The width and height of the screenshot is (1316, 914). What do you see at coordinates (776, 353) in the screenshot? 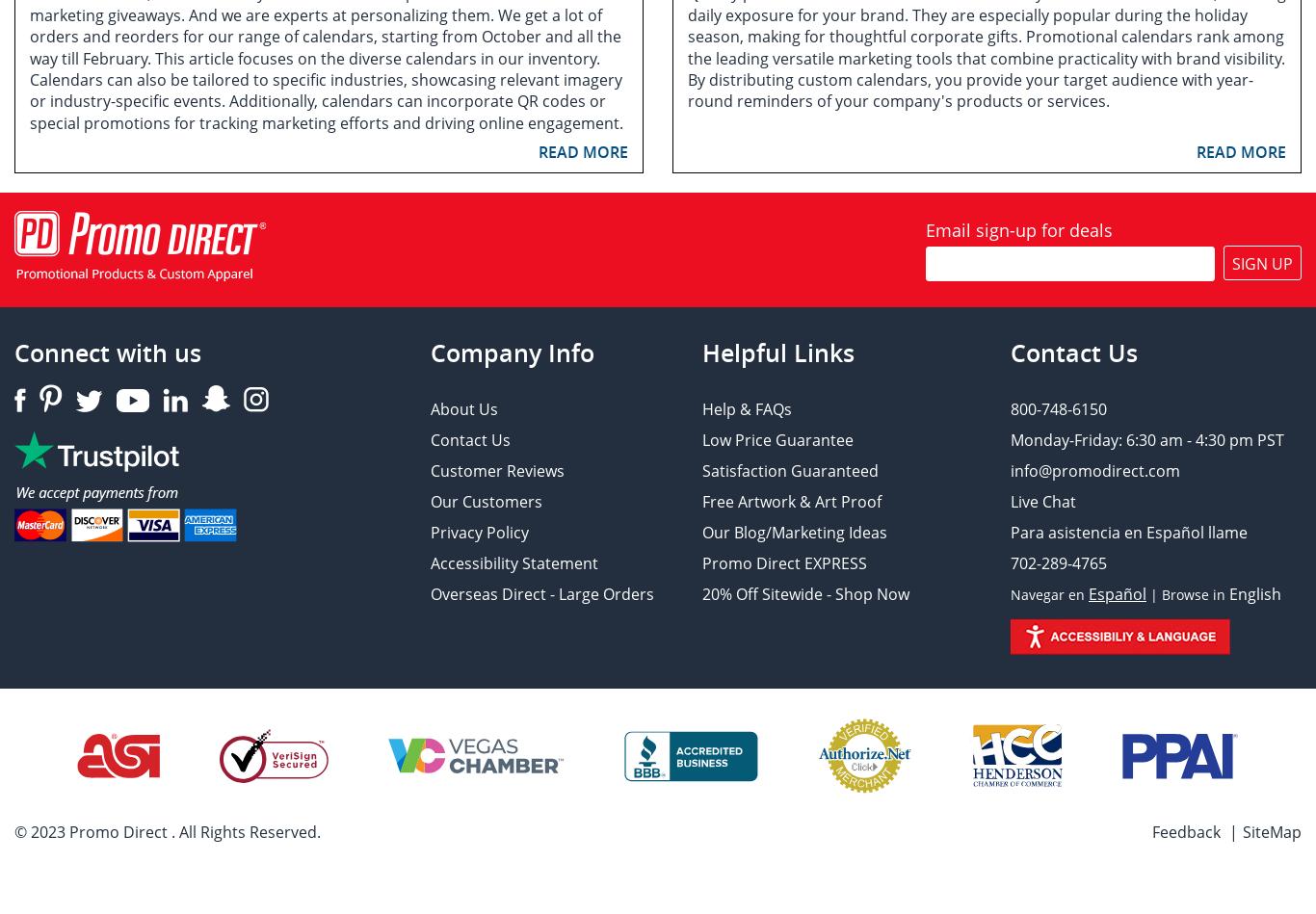
I see `'Helpful Links'` at bounding box center [776, 353].